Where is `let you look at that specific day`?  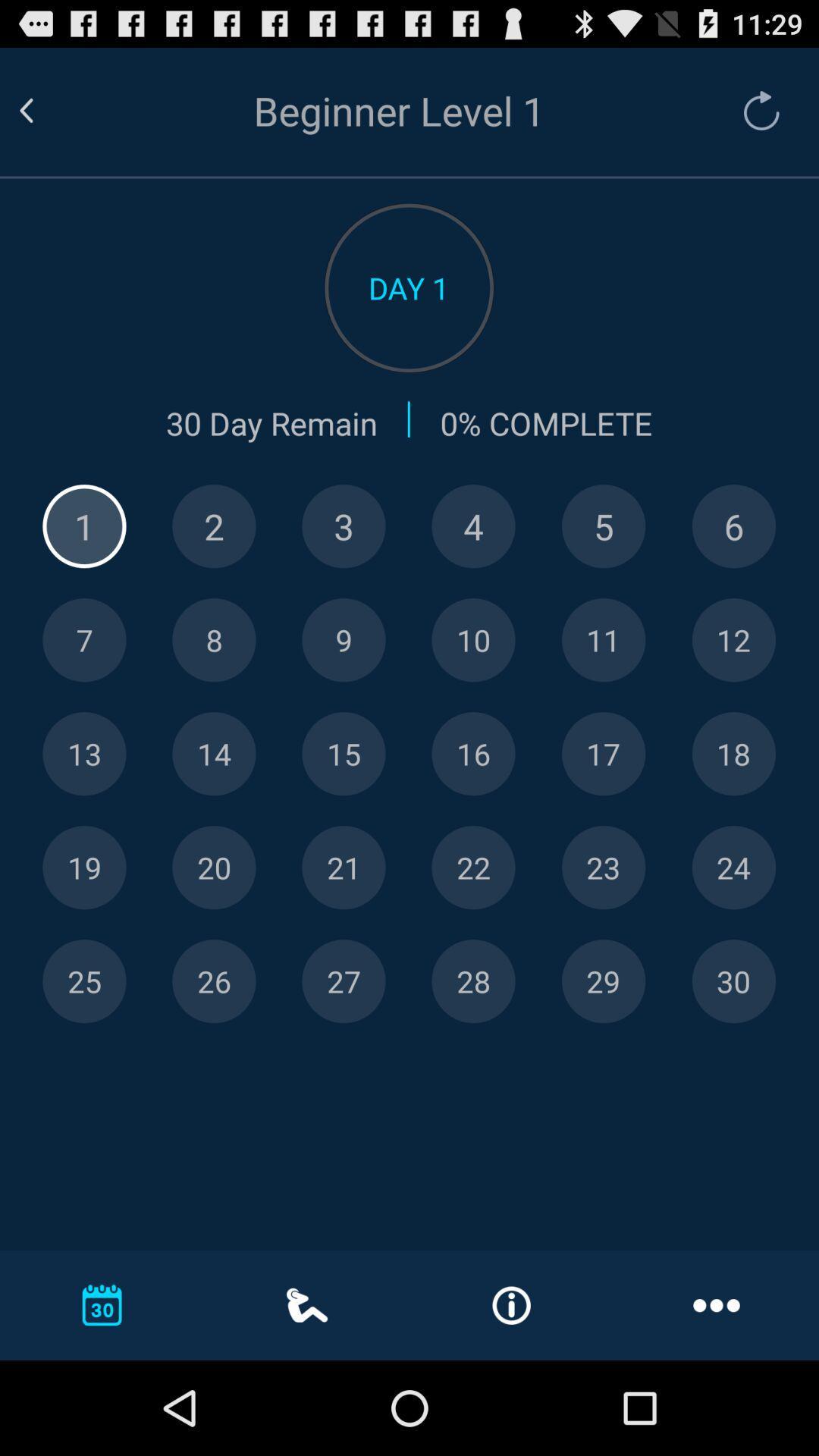
let you look at that specific day is located at coordinates (84, 640).